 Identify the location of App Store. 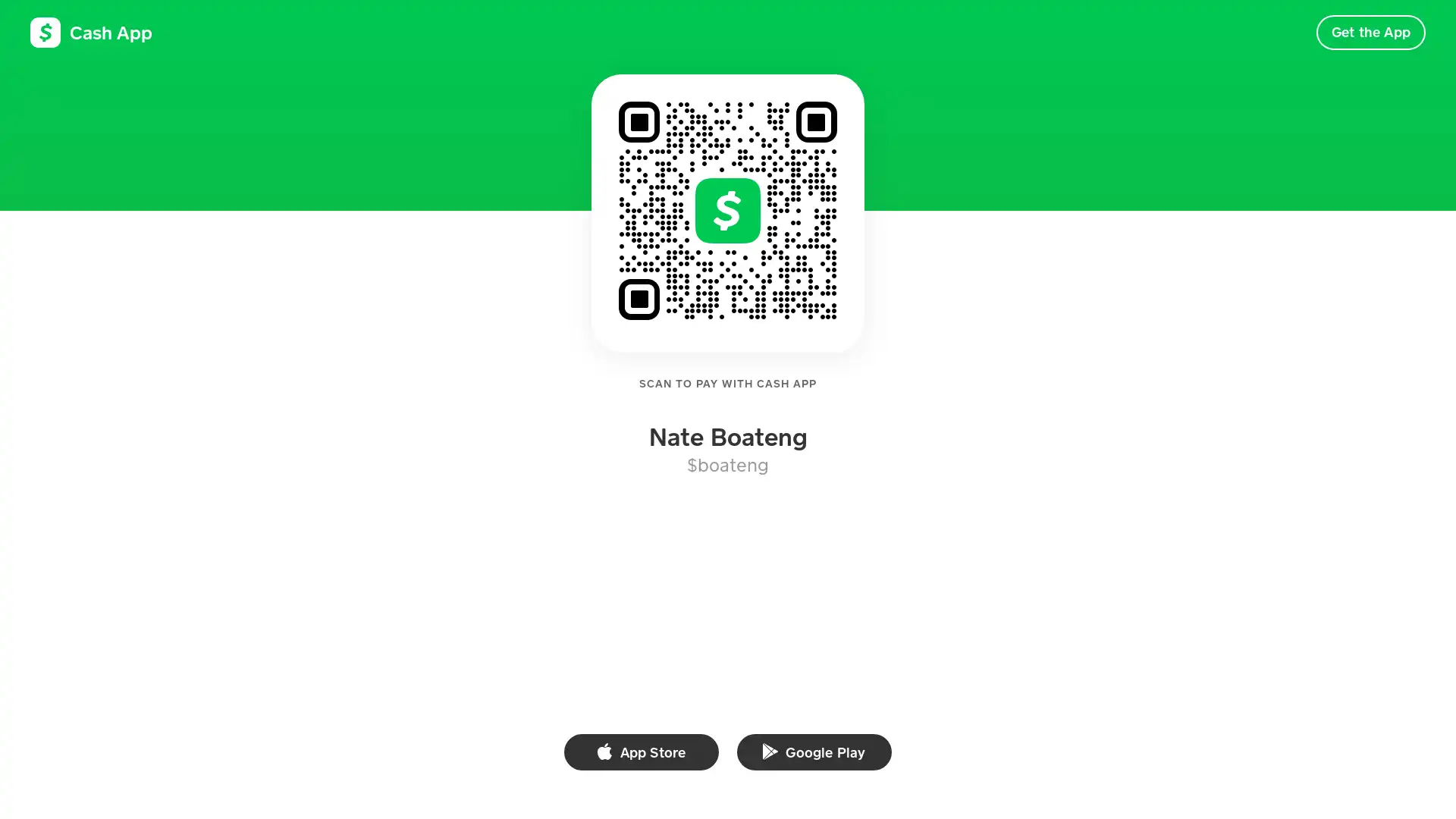
(641, 752).